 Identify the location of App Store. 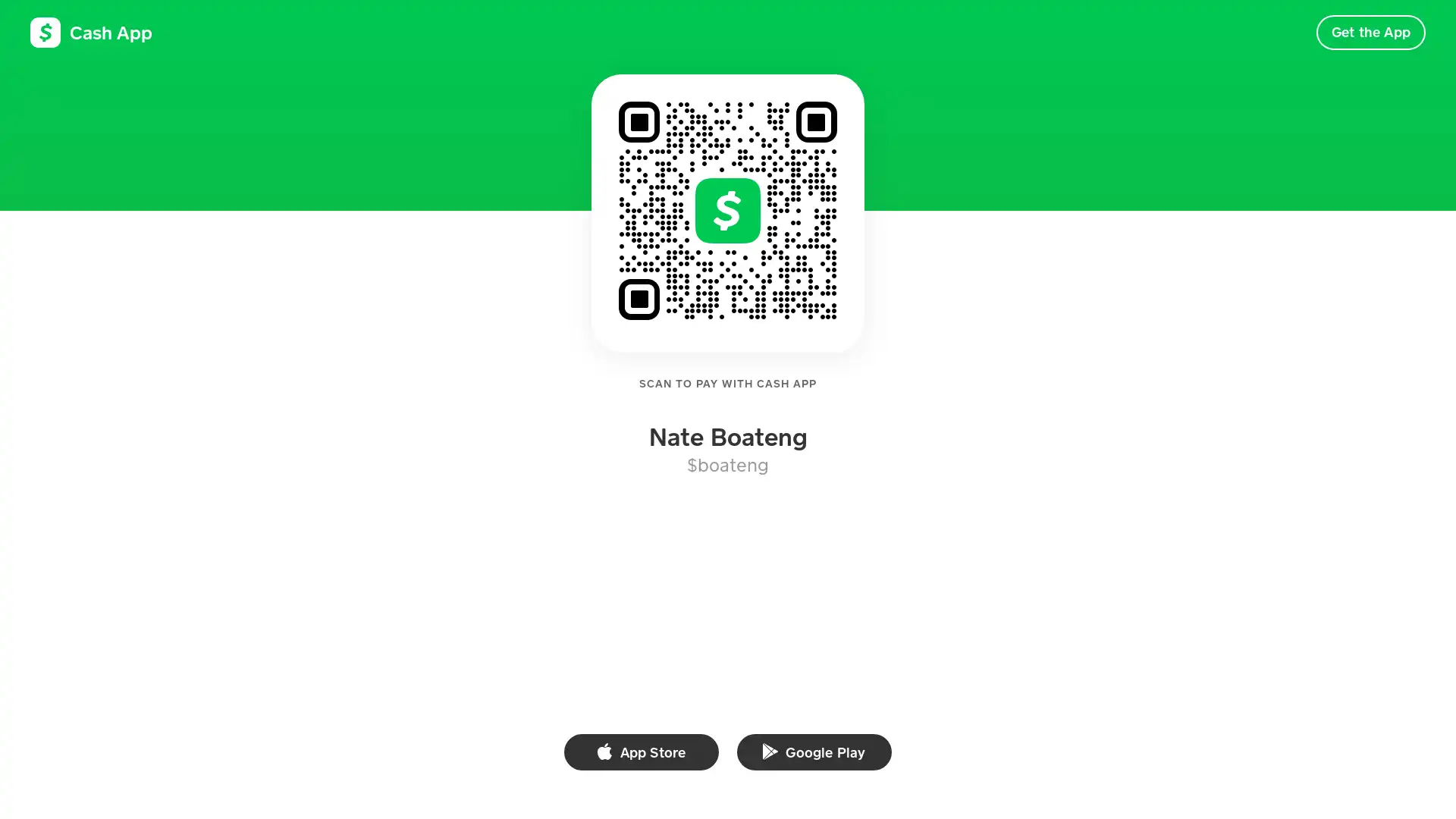
(641, 752).